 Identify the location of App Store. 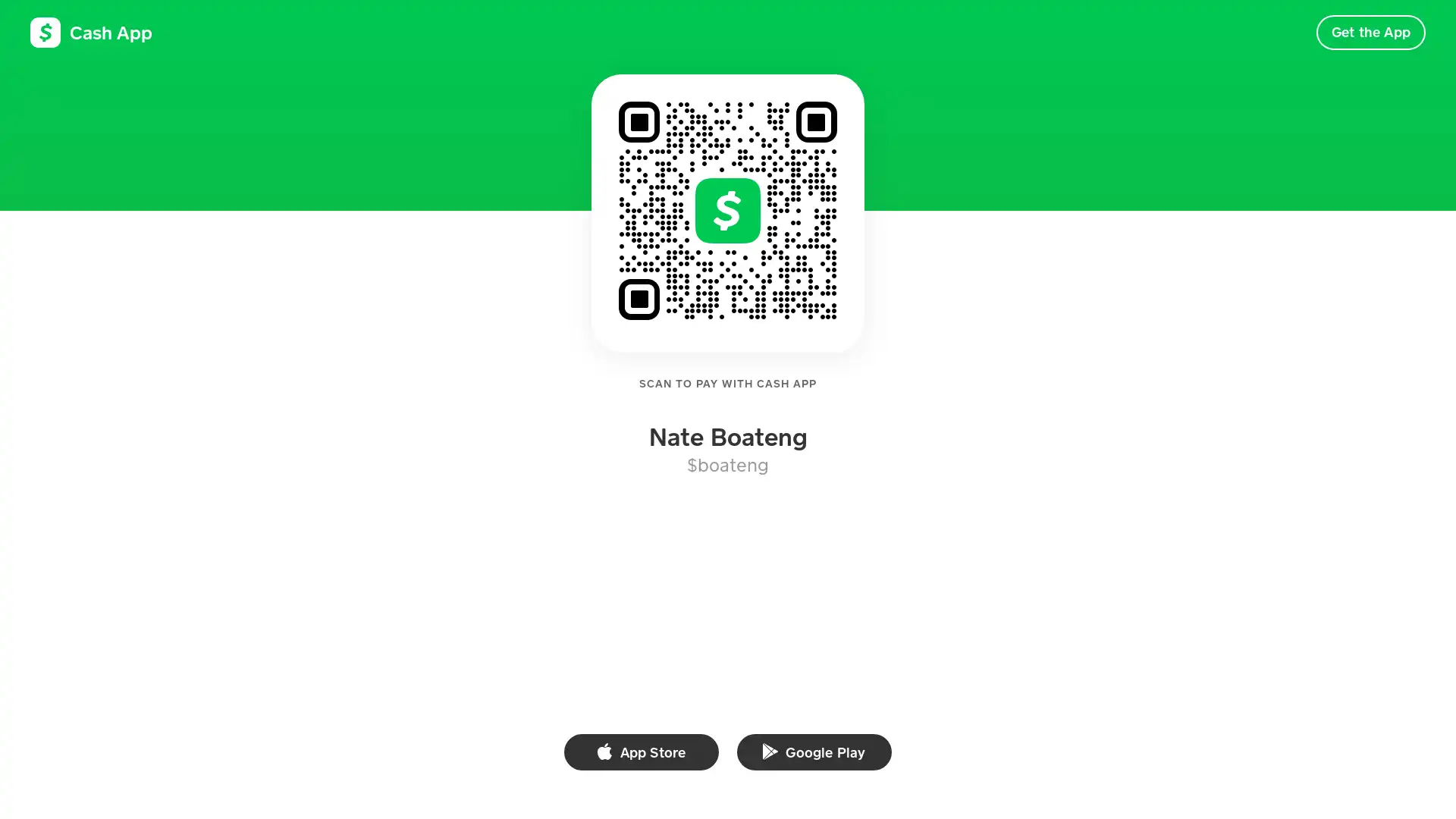
(641, 752).